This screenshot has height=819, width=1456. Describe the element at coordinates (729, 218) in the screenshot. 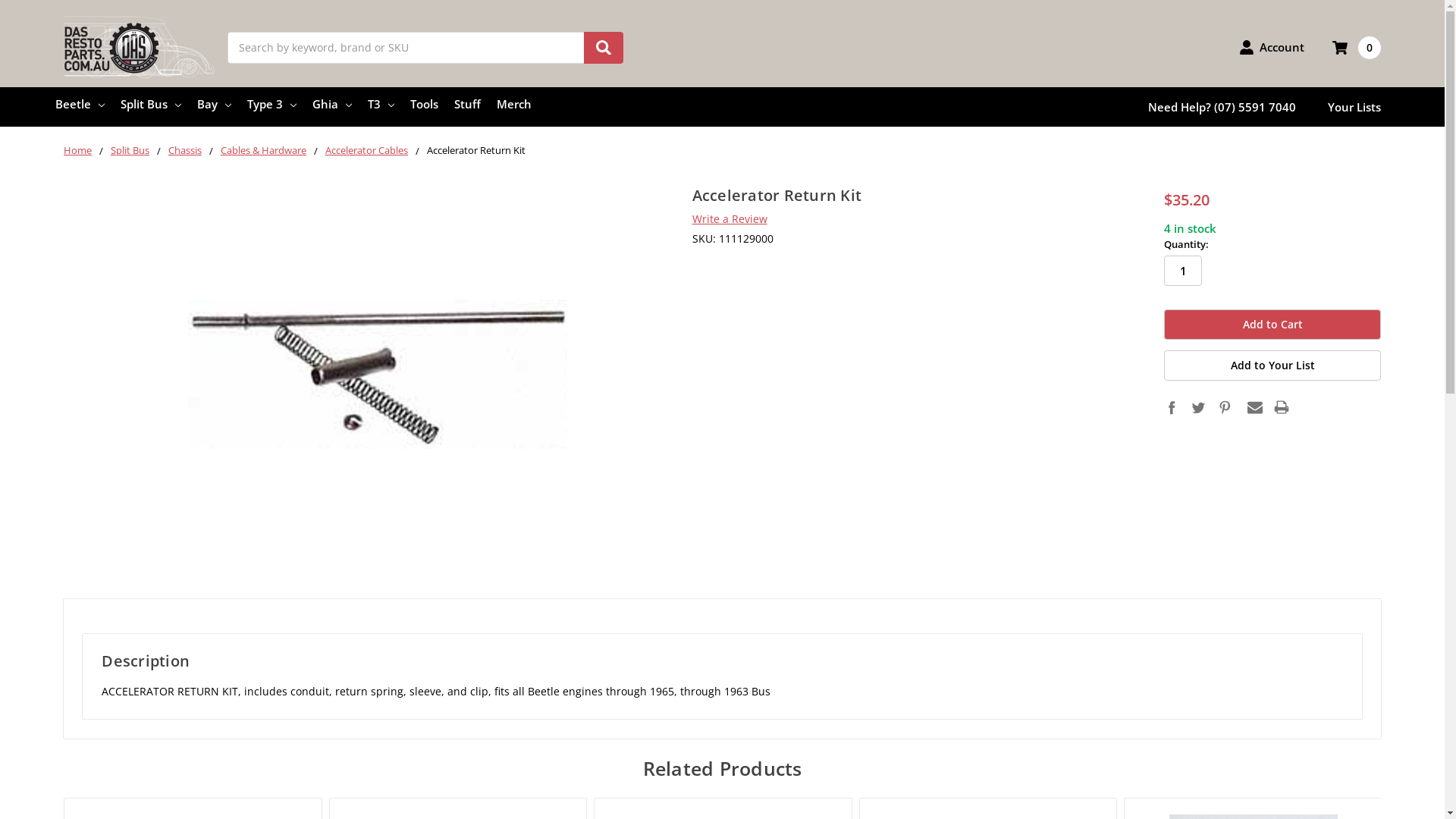

I see `'Write a Review'` at that location.